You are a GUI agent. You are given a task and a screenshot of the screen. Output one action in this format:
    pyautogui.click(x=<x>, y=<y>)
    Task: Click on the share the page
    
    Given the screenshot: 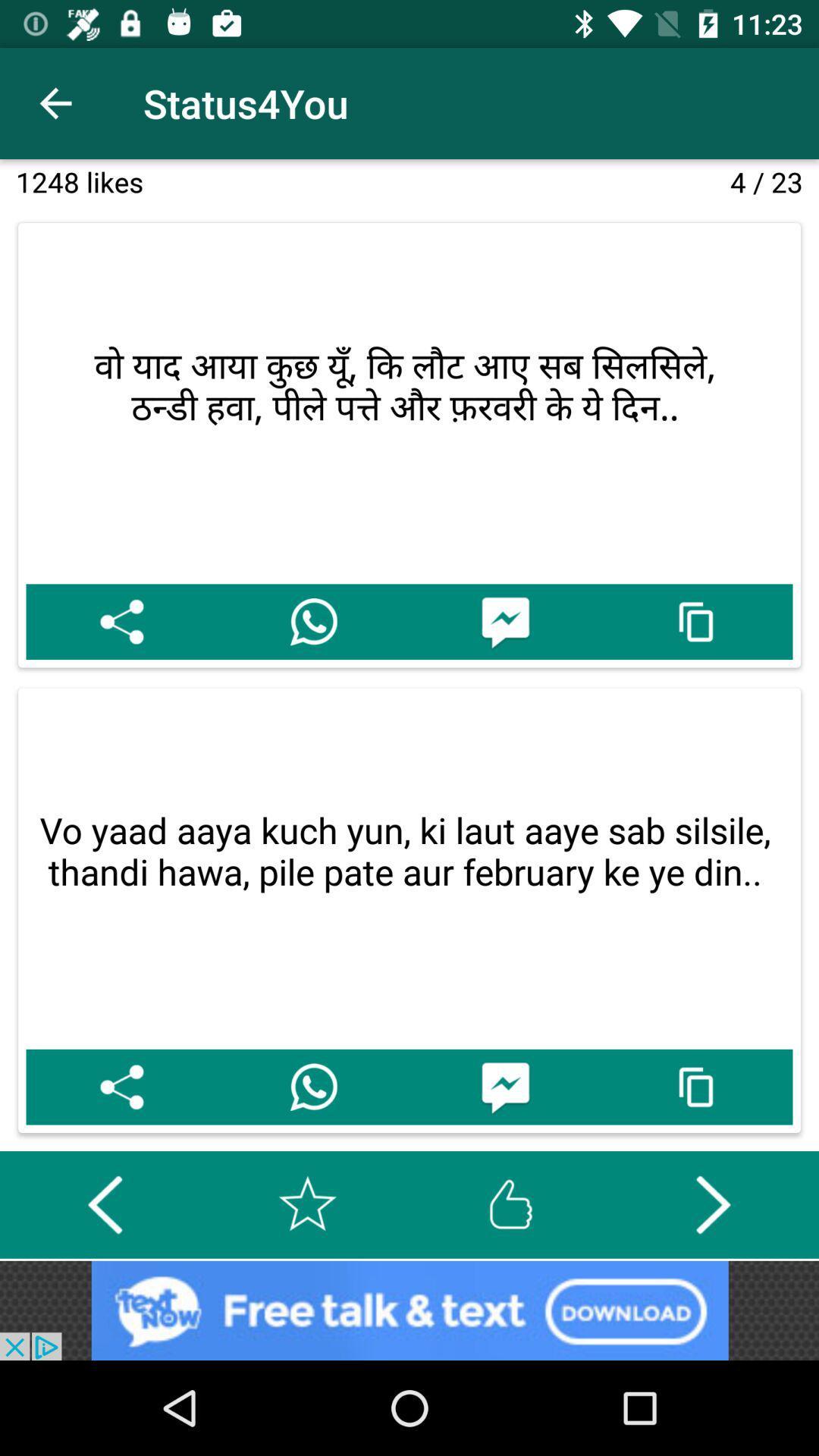 What is the action you would take?
    pyautogui.click(x=121, y=1086)
    